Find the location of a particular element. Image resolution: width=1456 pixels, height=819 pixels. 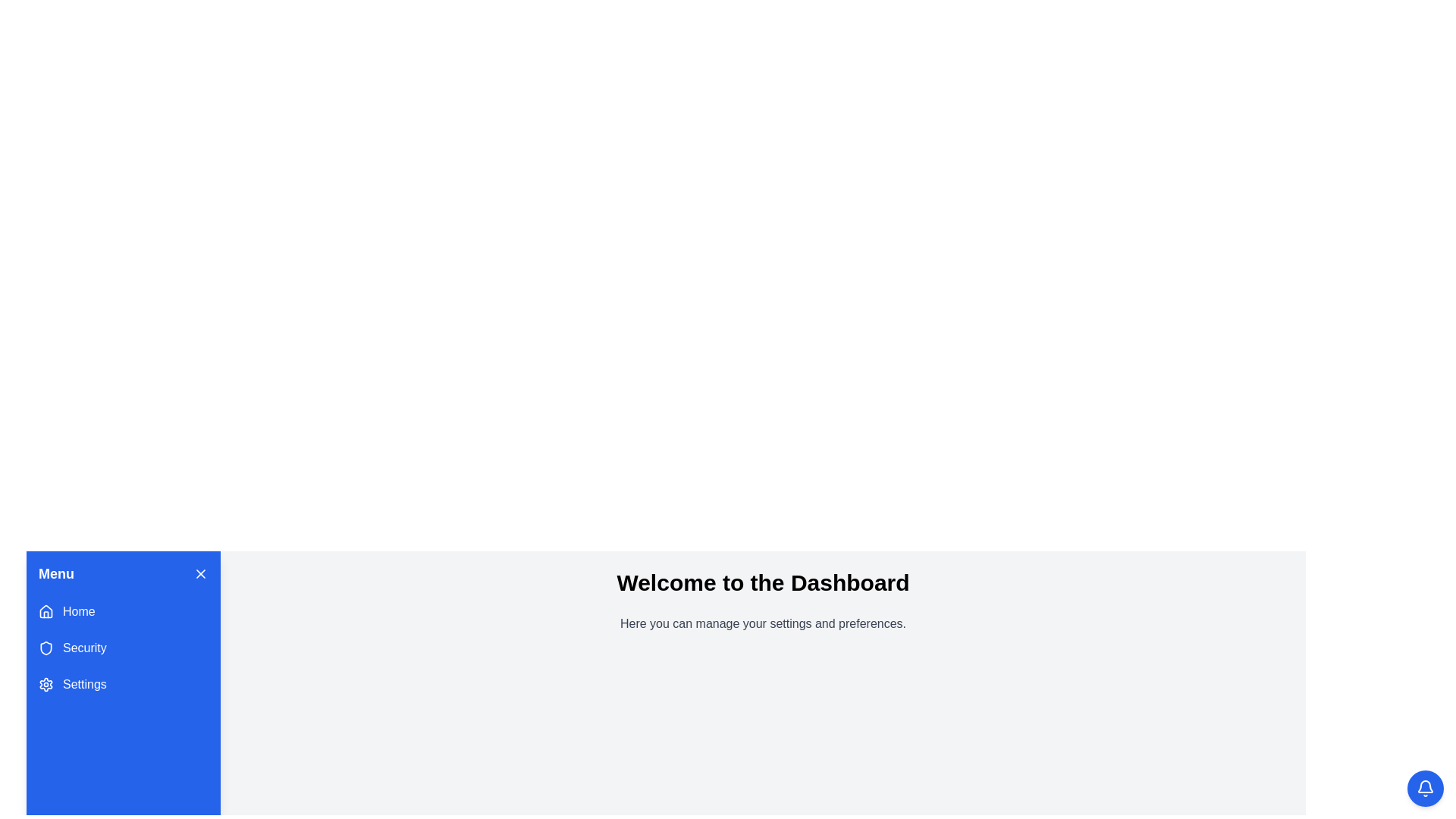

the 'Home' icon located at the top of the vertical menu options on the left, next to the 'Home' text label is located at coordinates (46, 610).